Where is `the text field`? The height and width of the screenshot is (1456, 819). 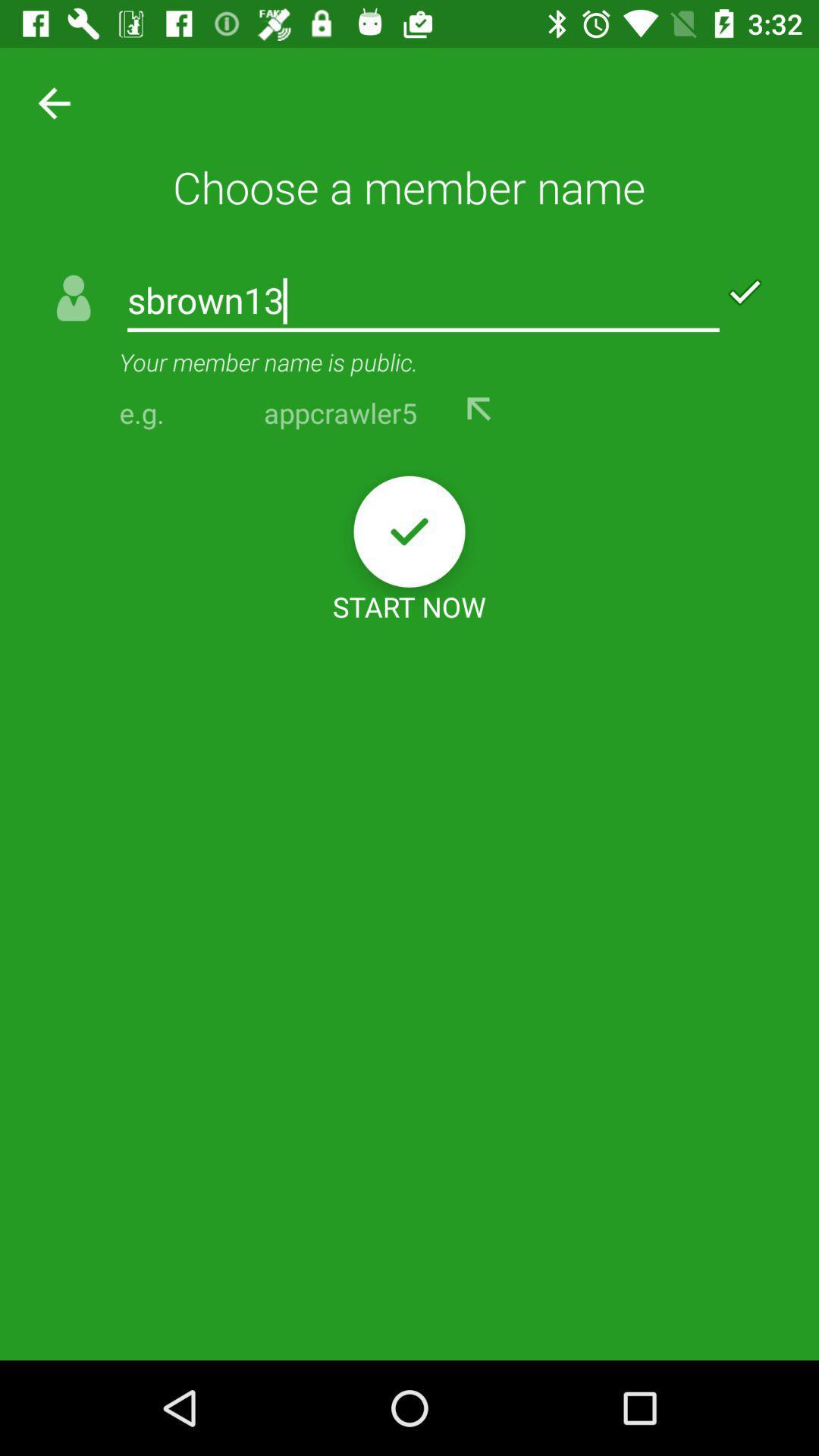 the text field is located at coordinates (423, 302).